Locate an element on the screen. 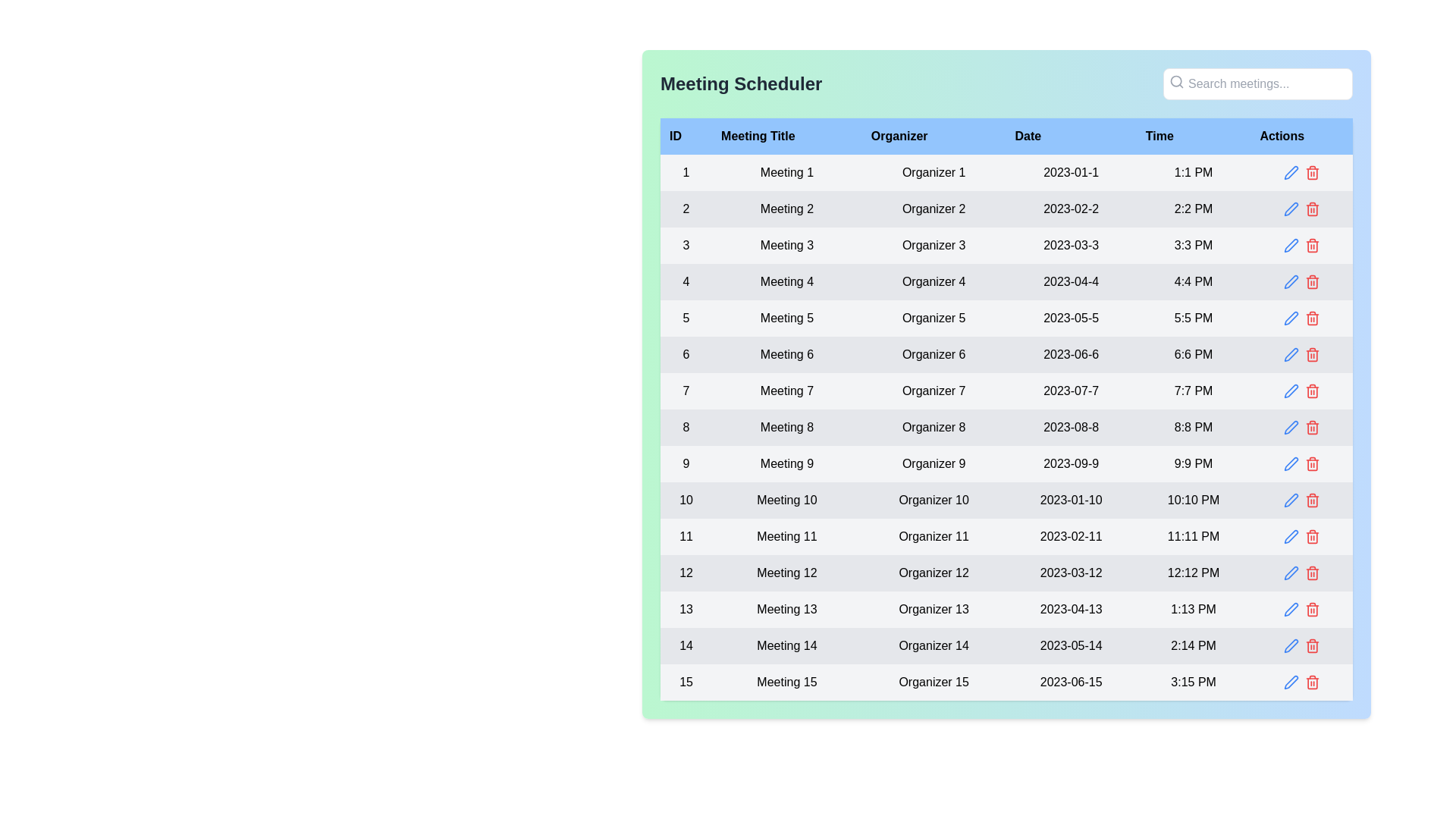 This screenshot has width=1456, height=819. the static label displaying the date of the event located in the 'Date' column of the sixth row, positioned between 'Organizer 6' and '6:6 PM' is located at coordinates (1070, 354).